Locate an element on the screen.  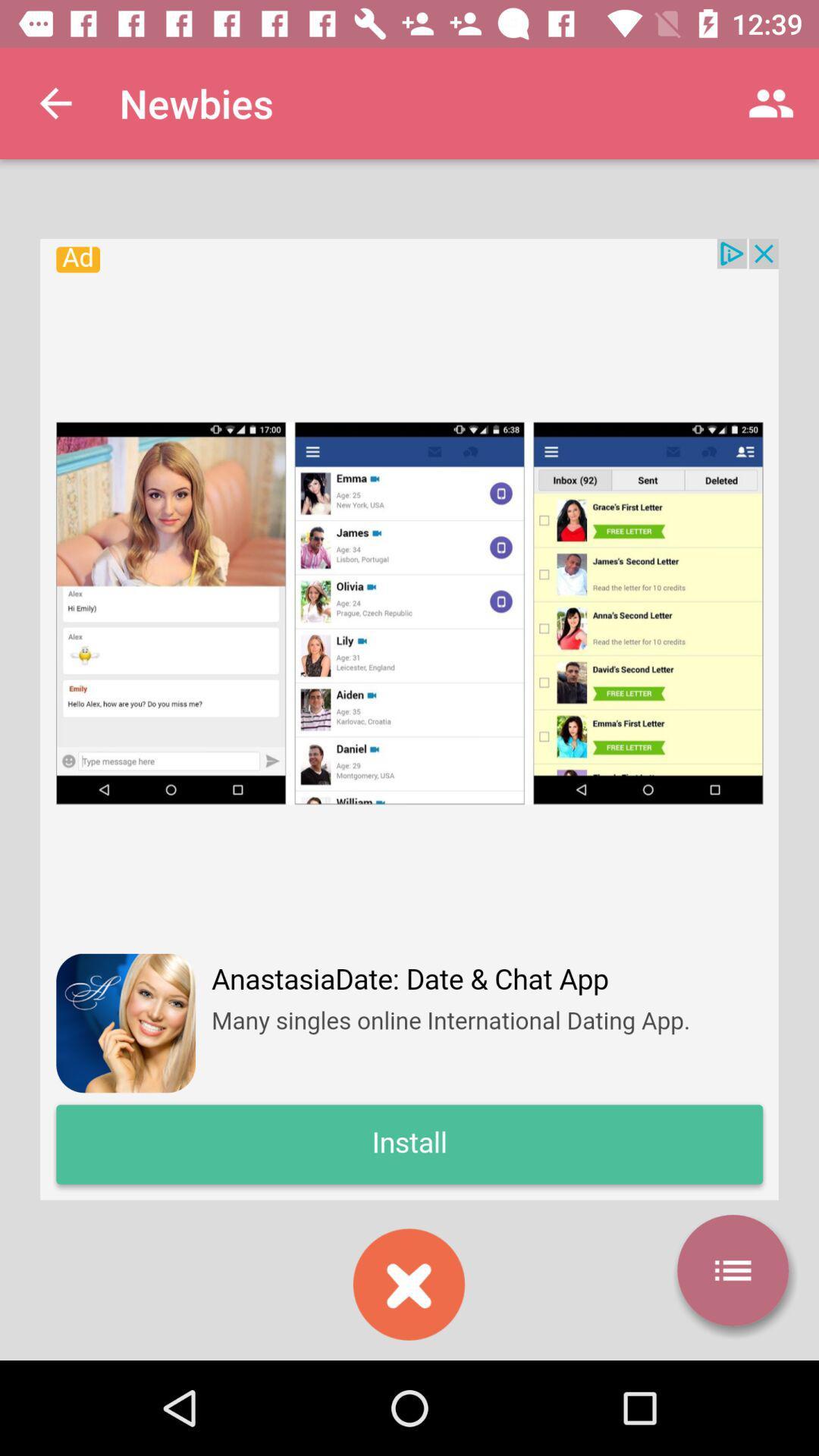
open settings tool is located at coordinates (732, 1270).